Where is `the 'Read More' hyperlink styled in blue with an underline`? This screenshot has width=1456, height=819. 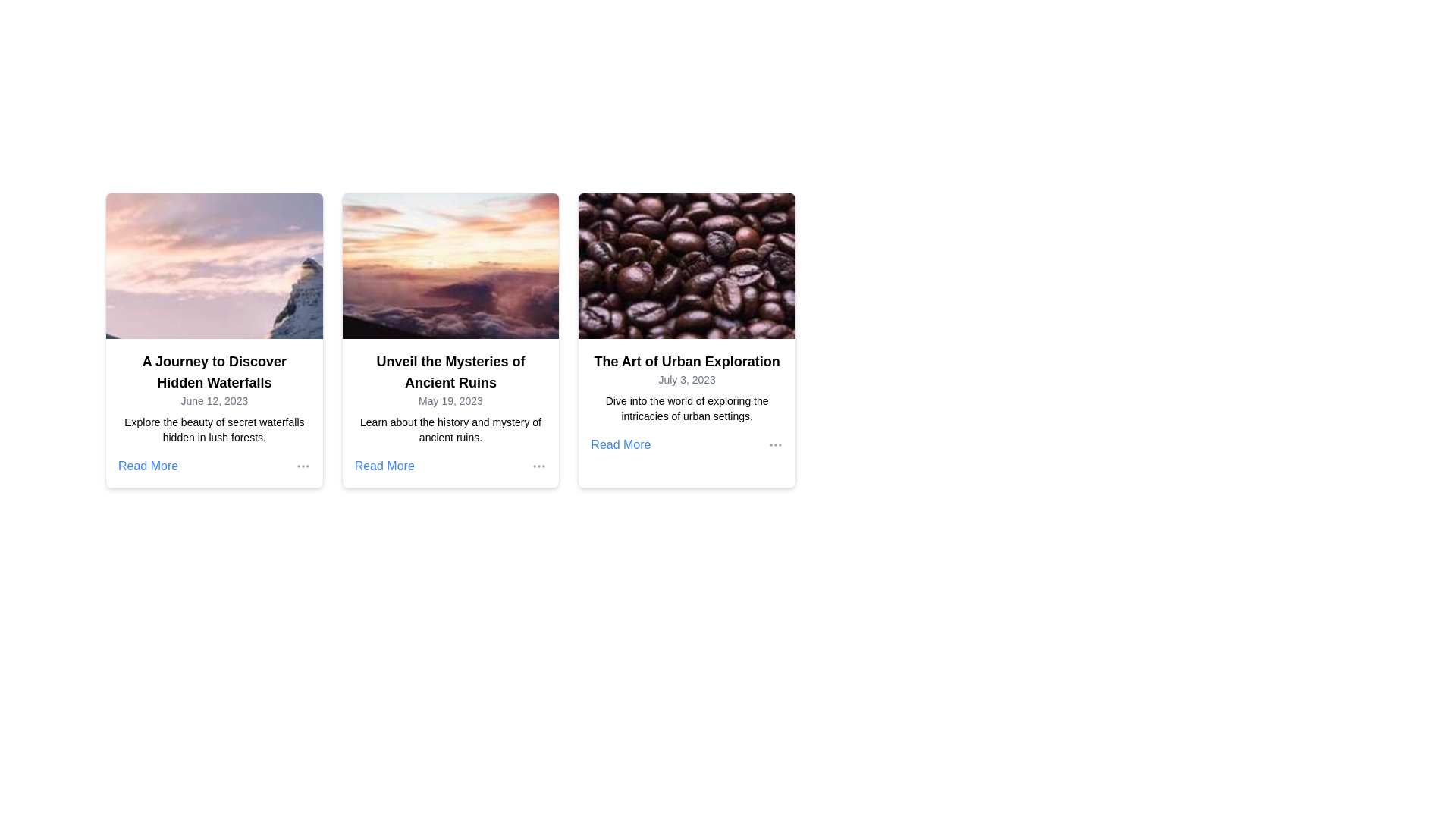
the 'Read More' hyperlink styled in blue with an underline is located at coordinates (620, 444).